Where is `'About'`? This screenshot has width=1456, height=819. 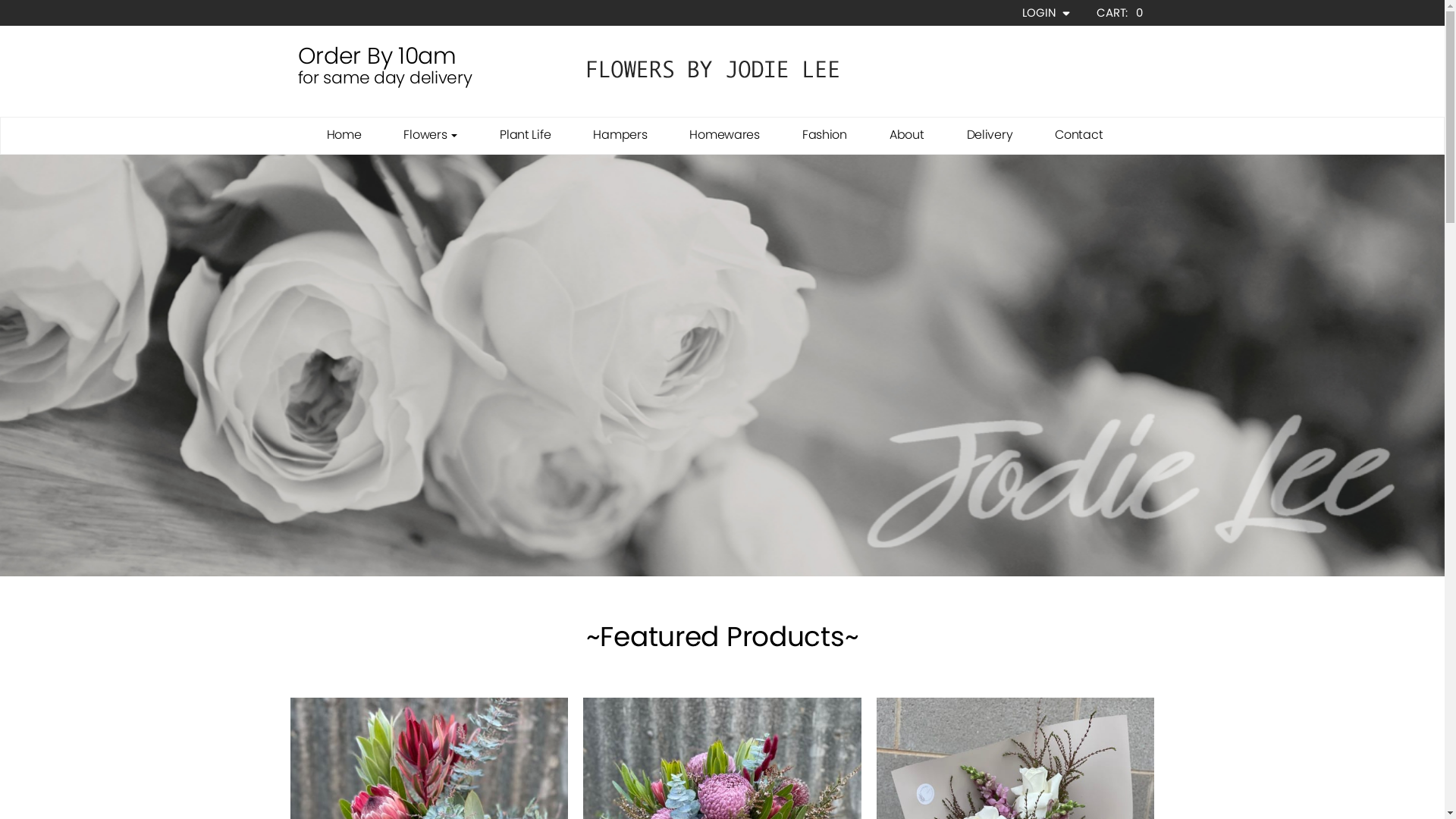
'About' is located at coordinates (906, 133).